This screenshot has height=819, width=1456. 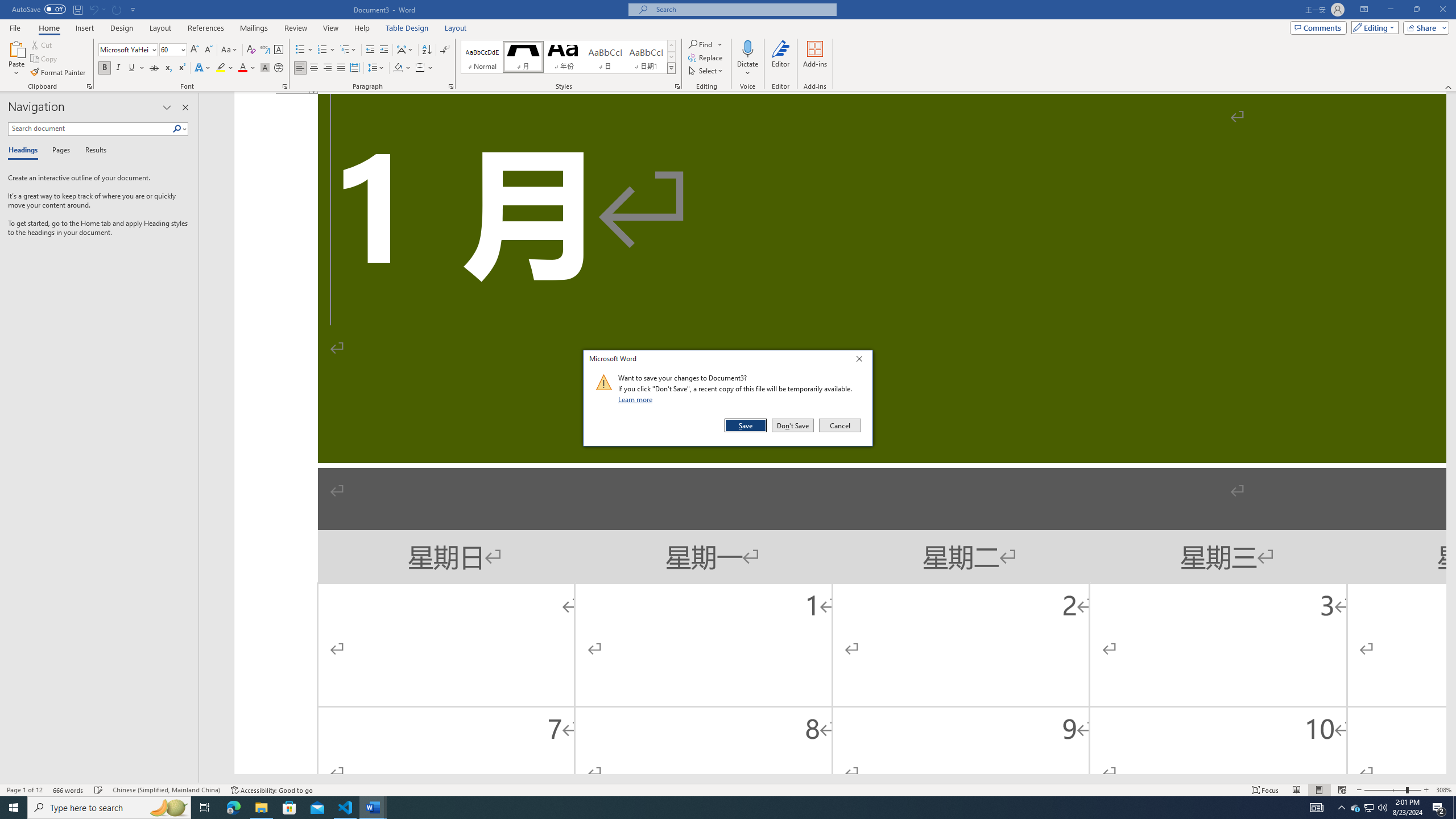 What do you see at coordinates (700, 44) in the screenshot?
I see `'Find'` at bounding box center [700, 44].